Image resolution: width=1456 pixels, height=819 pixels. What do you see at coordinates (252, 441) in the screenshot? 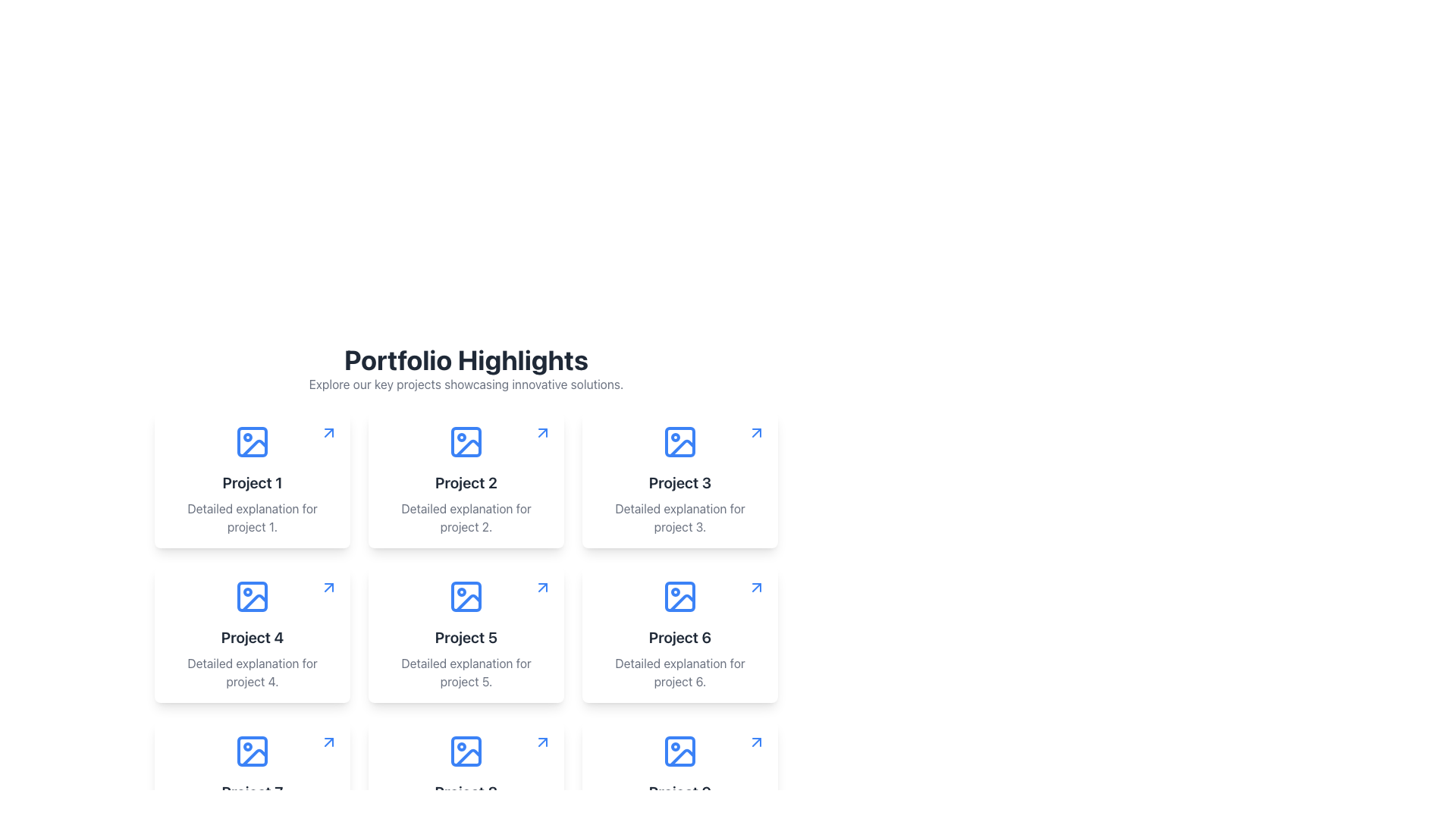
I see `the blue picture frame icon associated with 'Project 1', which is located at the top-center of the card labeled 'Project 1'` at bounding box center [252, 441].